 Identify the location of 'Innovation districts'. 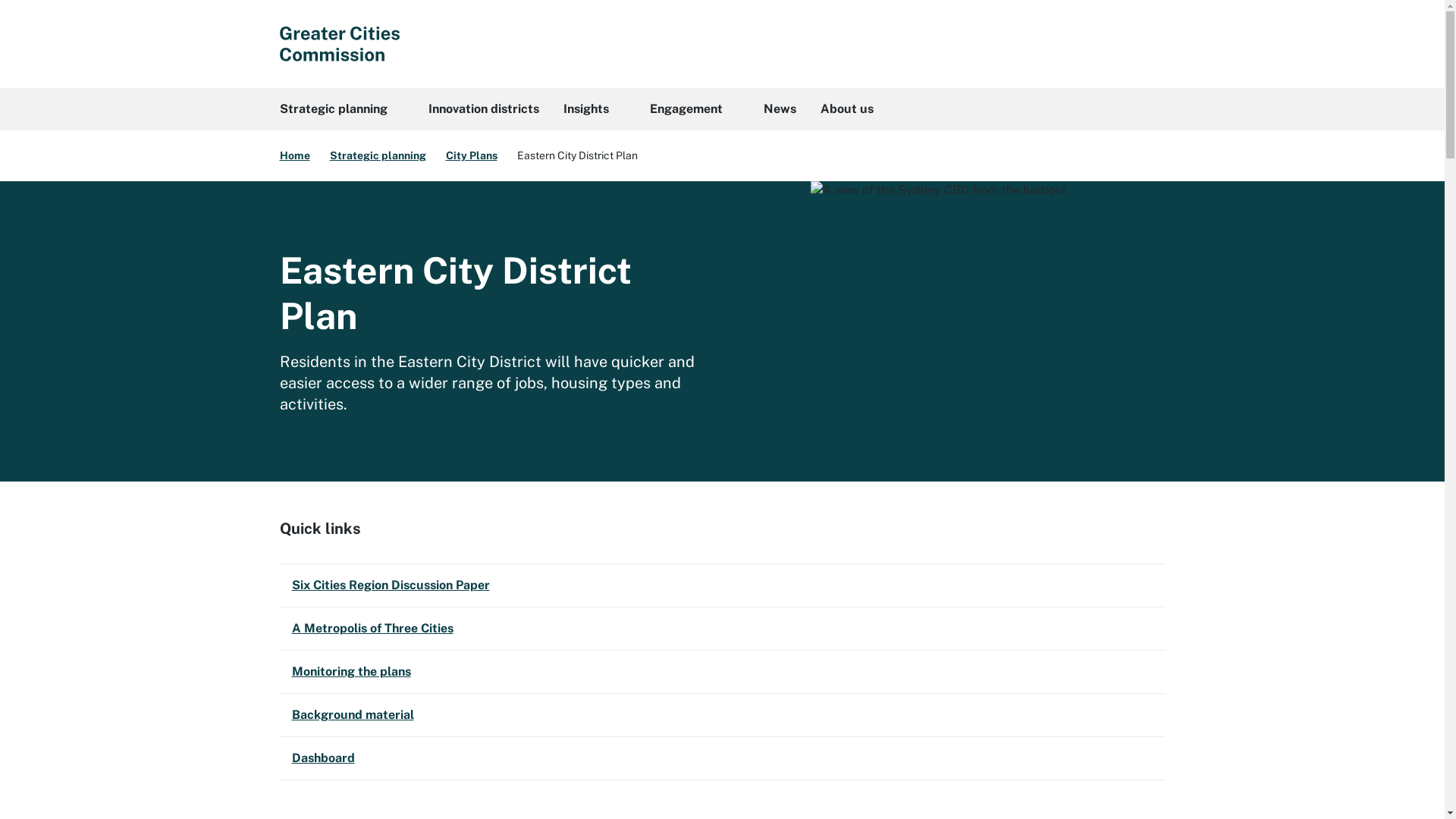
(482, 108).